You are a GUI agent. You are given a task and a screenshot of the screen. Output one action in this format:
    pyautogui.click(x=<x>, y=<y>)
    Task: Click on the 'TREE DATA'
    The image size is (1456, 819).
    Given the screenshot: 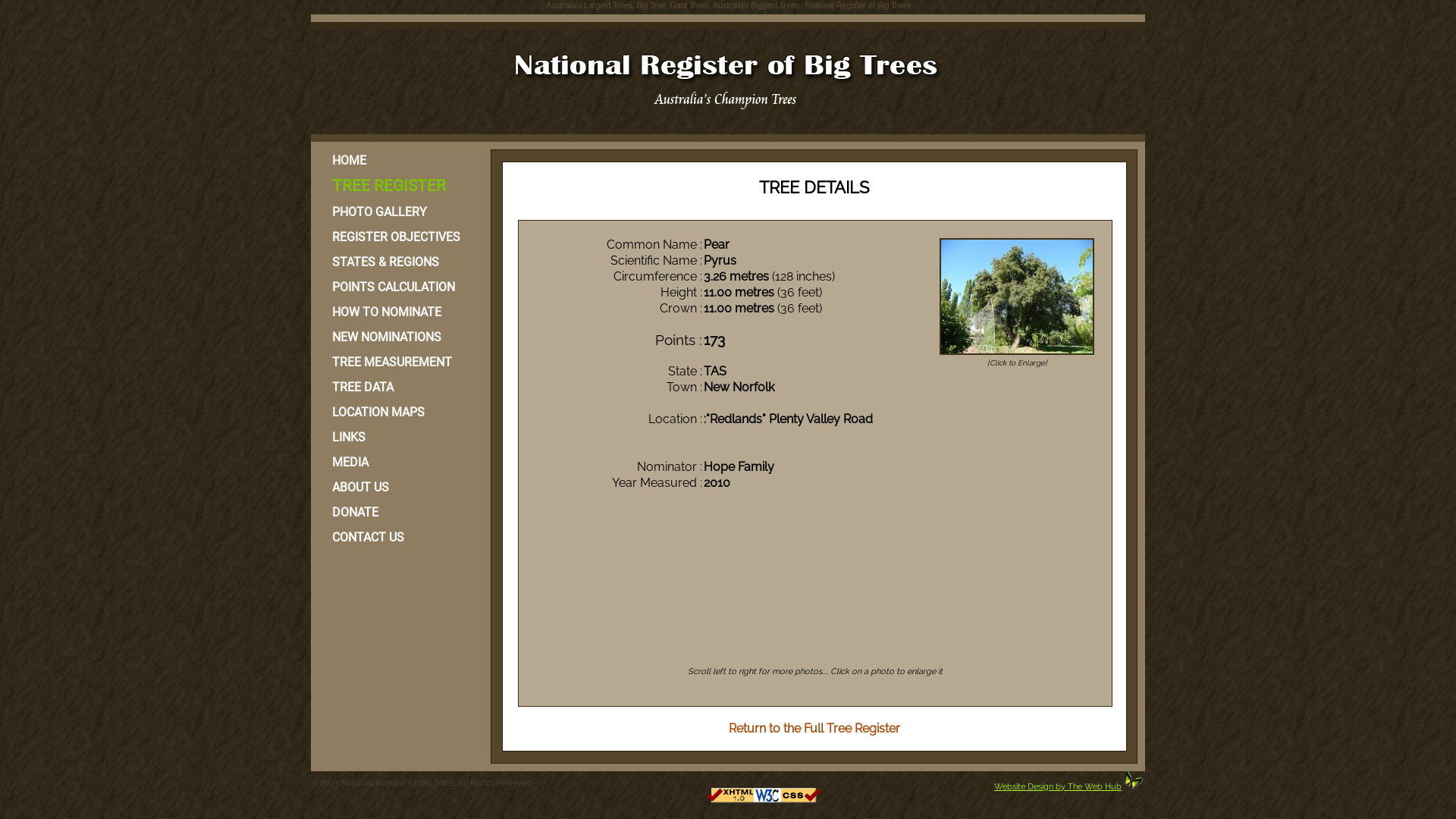 What is the action you would take?
    pyautogui.click(x=318, y=386)
    